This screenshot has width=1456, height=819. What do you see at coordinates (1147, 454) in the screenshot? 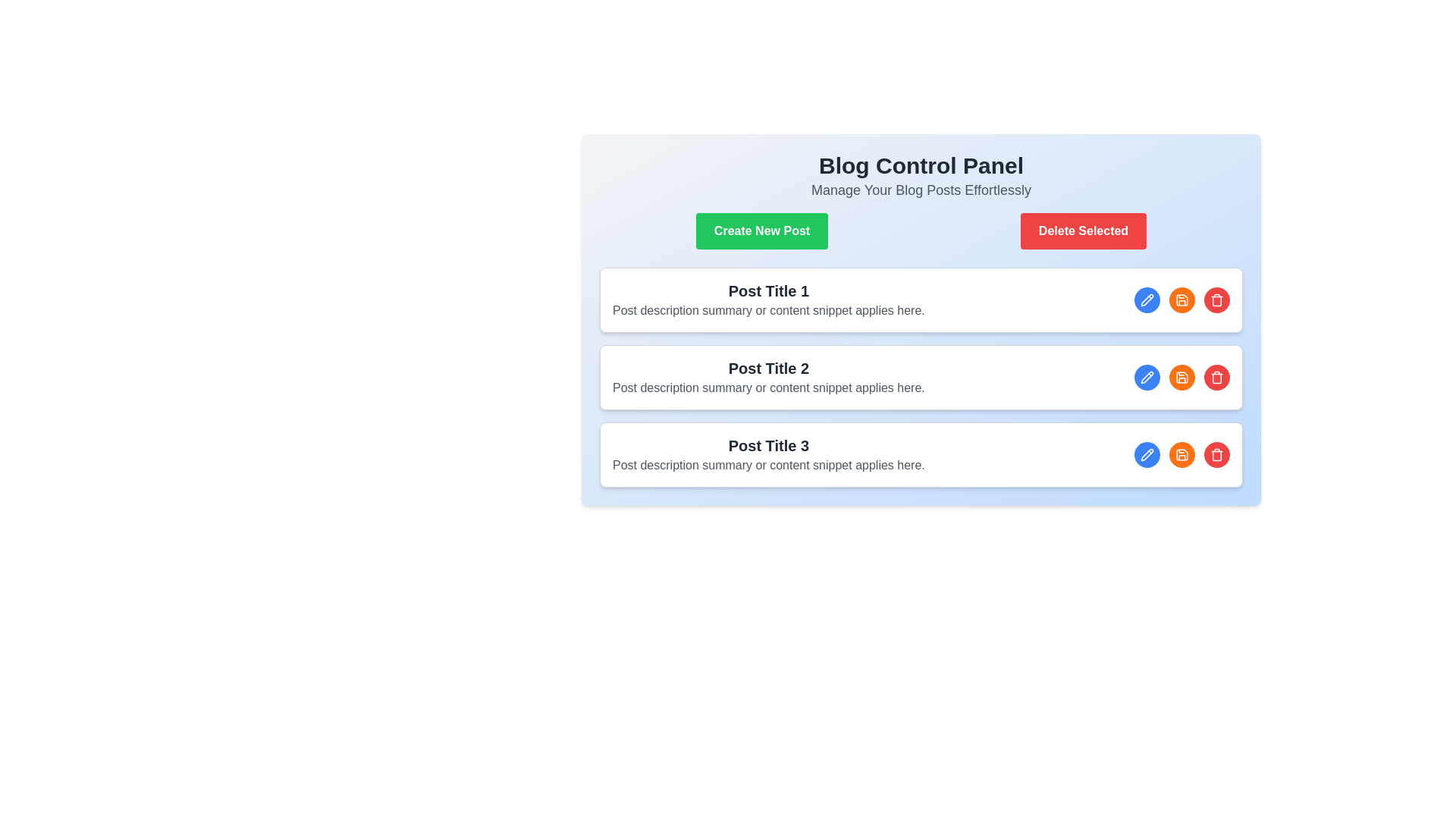
I see `the edit icon located at the beginning of the row for 'Post Title 3'` at bounding box center [1147, 454].